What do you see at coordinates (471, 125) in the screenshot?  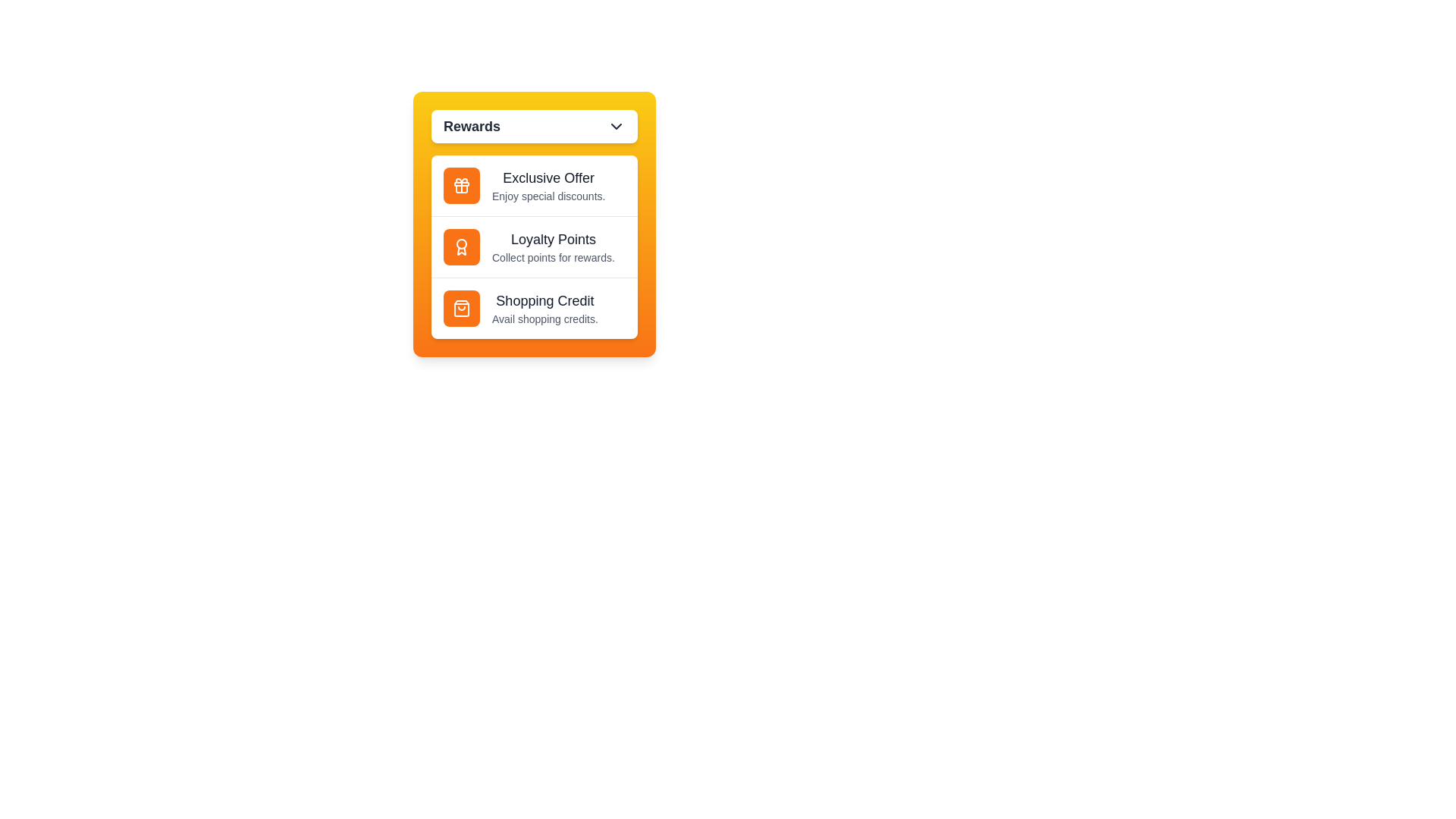 I see `the 'Rewards' text label, which is displayed in bold black font on a bright yellow background within a dropdown menu` at bounding box center [471, 125].